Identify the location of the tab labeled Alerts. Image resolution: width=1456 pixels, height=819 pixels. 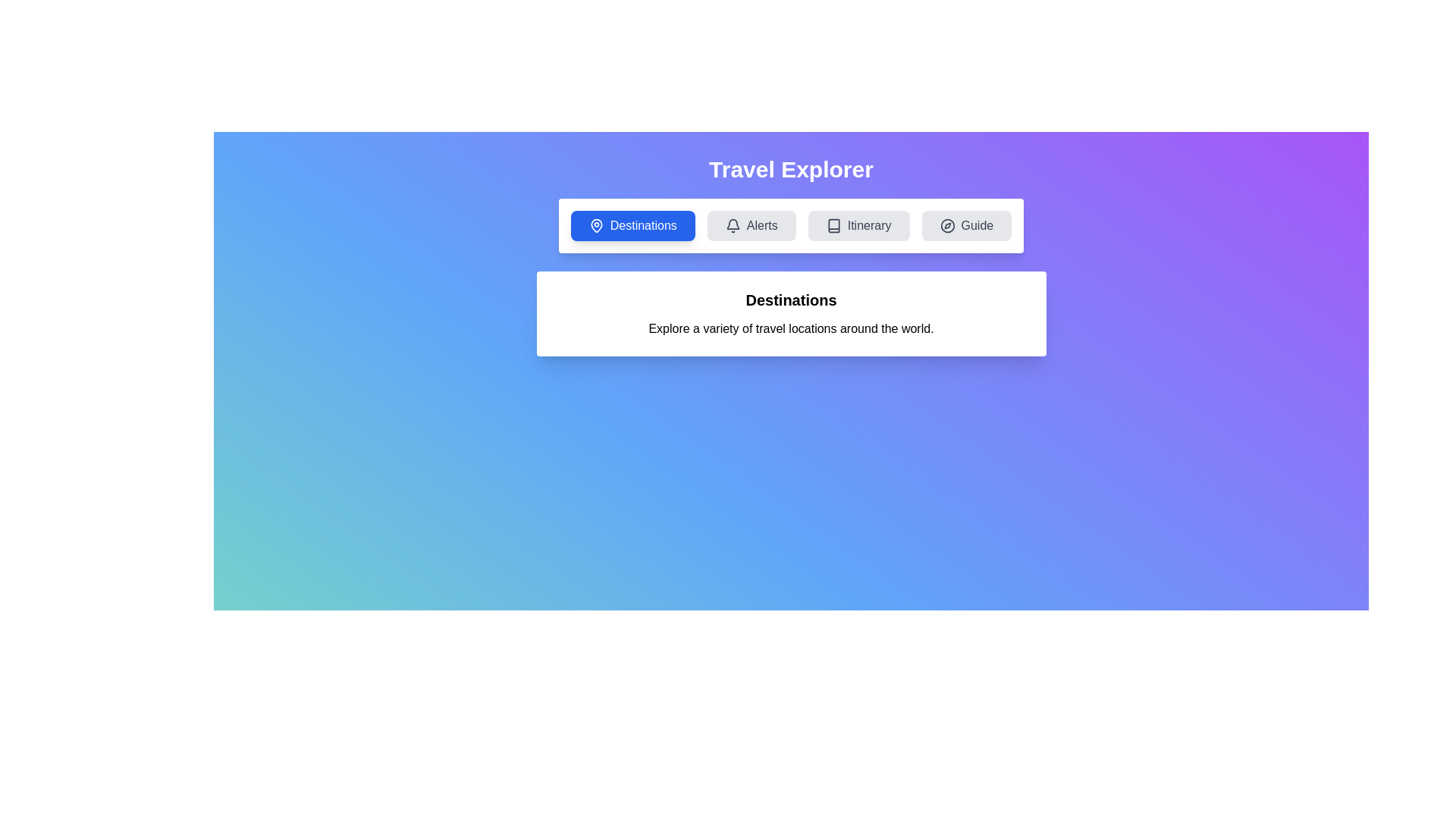
(752, 225).